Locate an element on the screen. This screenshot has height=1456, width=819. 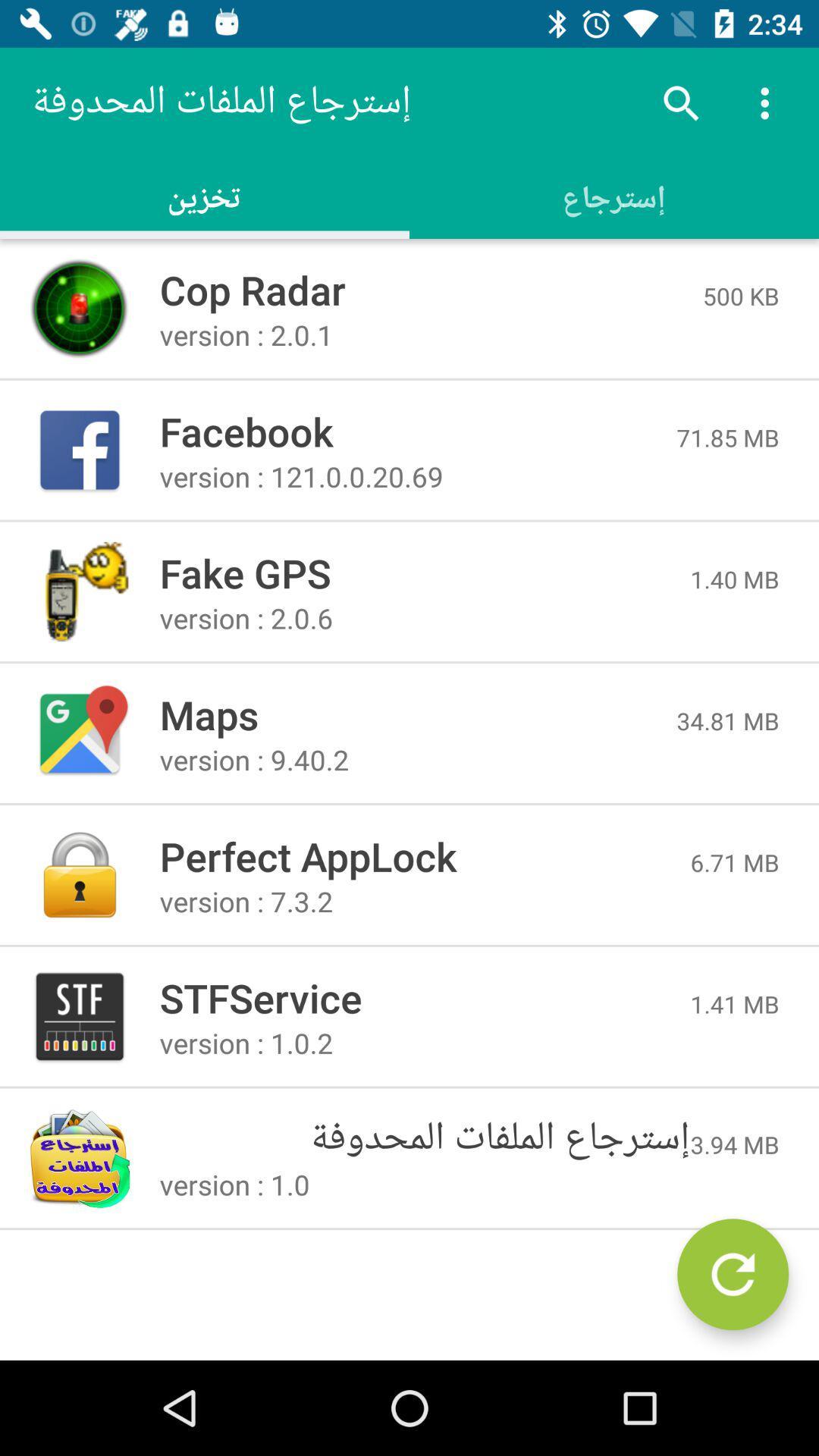
facebook item is located at coordinates (418, 430).